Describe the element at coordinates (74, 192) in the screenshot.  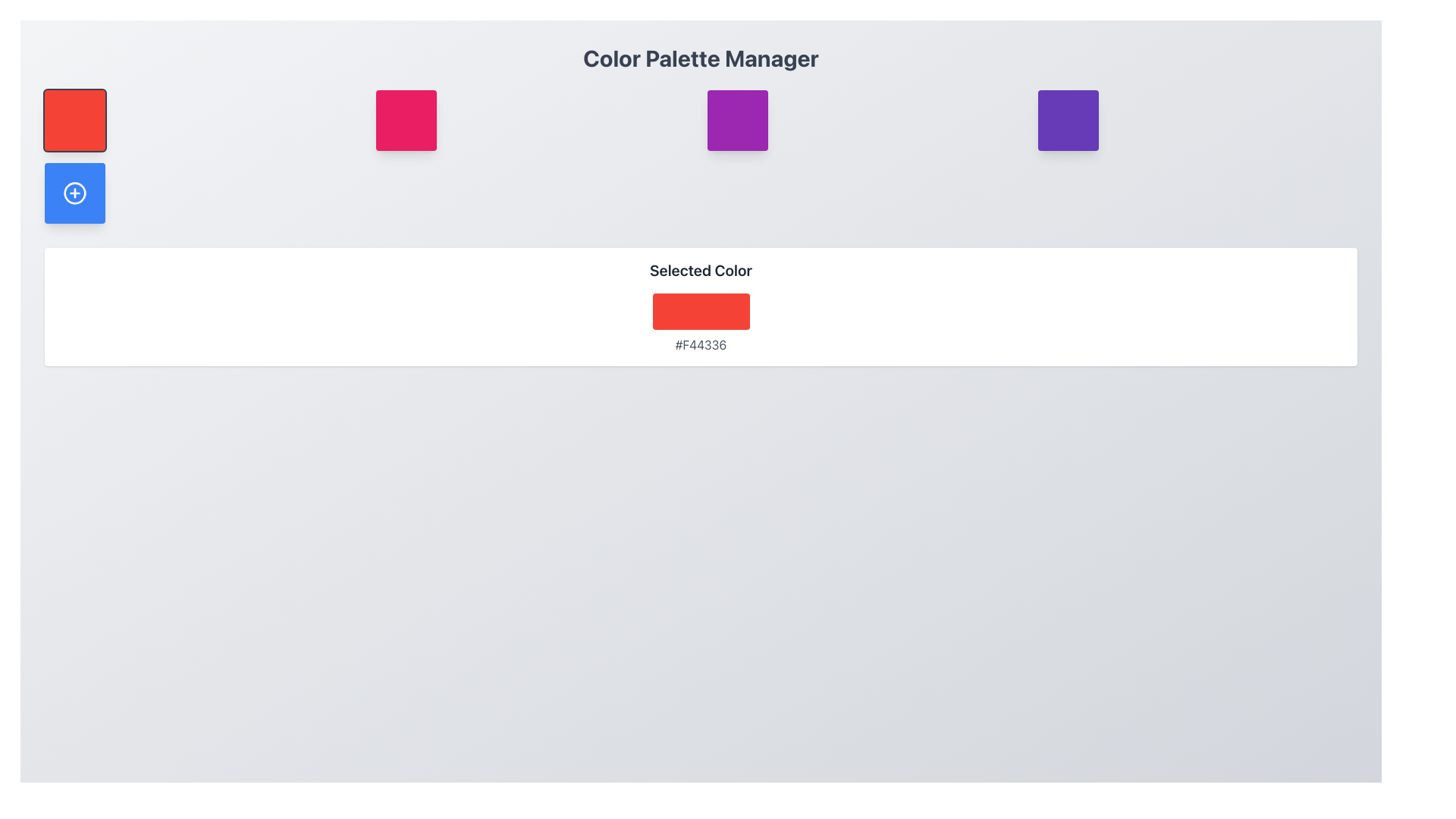
I see `the circular button with a plus sign in the center, which is styled with a blue background and white stroke, located in the second position of the vertical group of color selectors on the left side of the interface` at that location.